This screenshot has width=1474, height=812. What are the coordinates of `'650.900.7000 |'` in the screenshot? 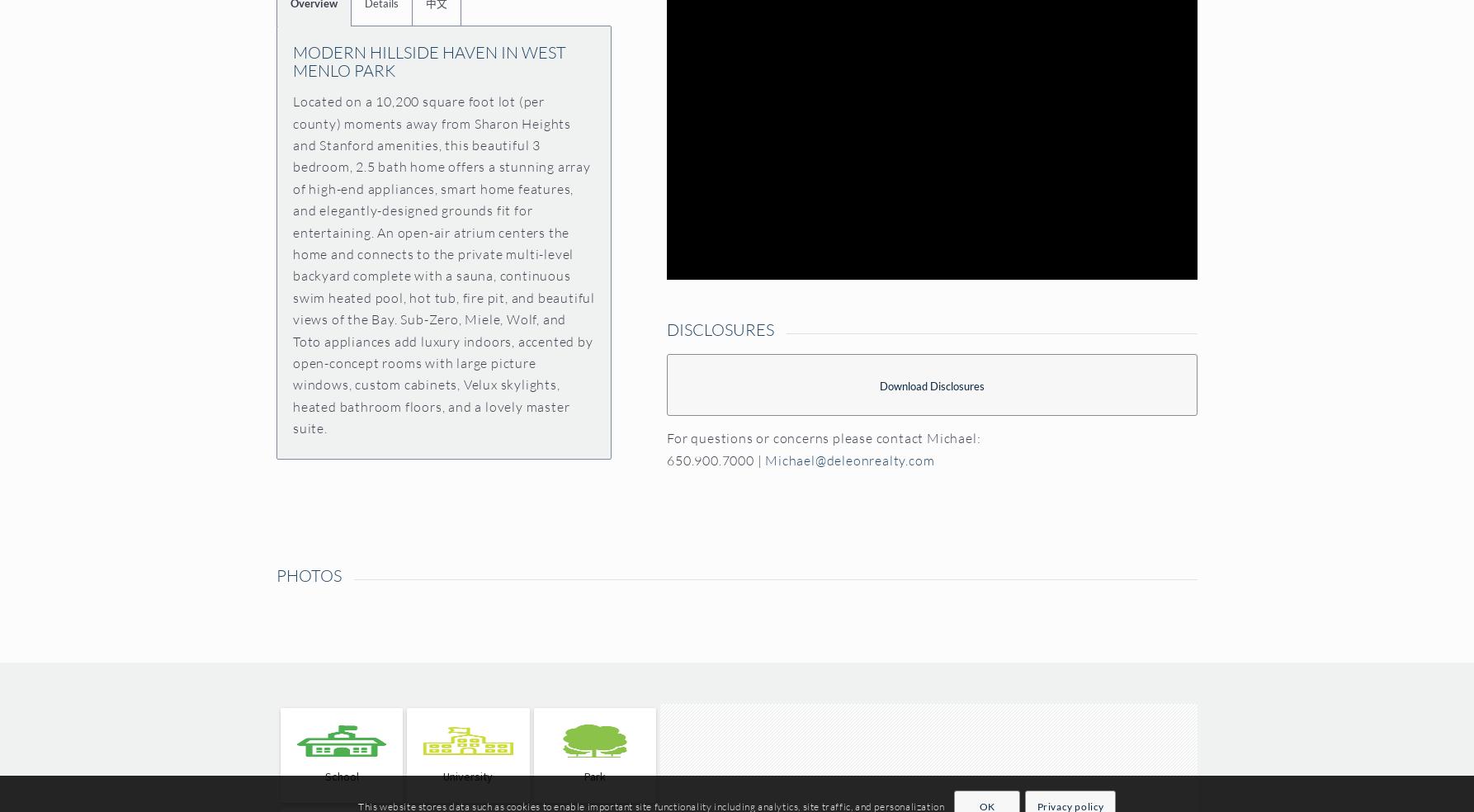 It's located at (665, 460).